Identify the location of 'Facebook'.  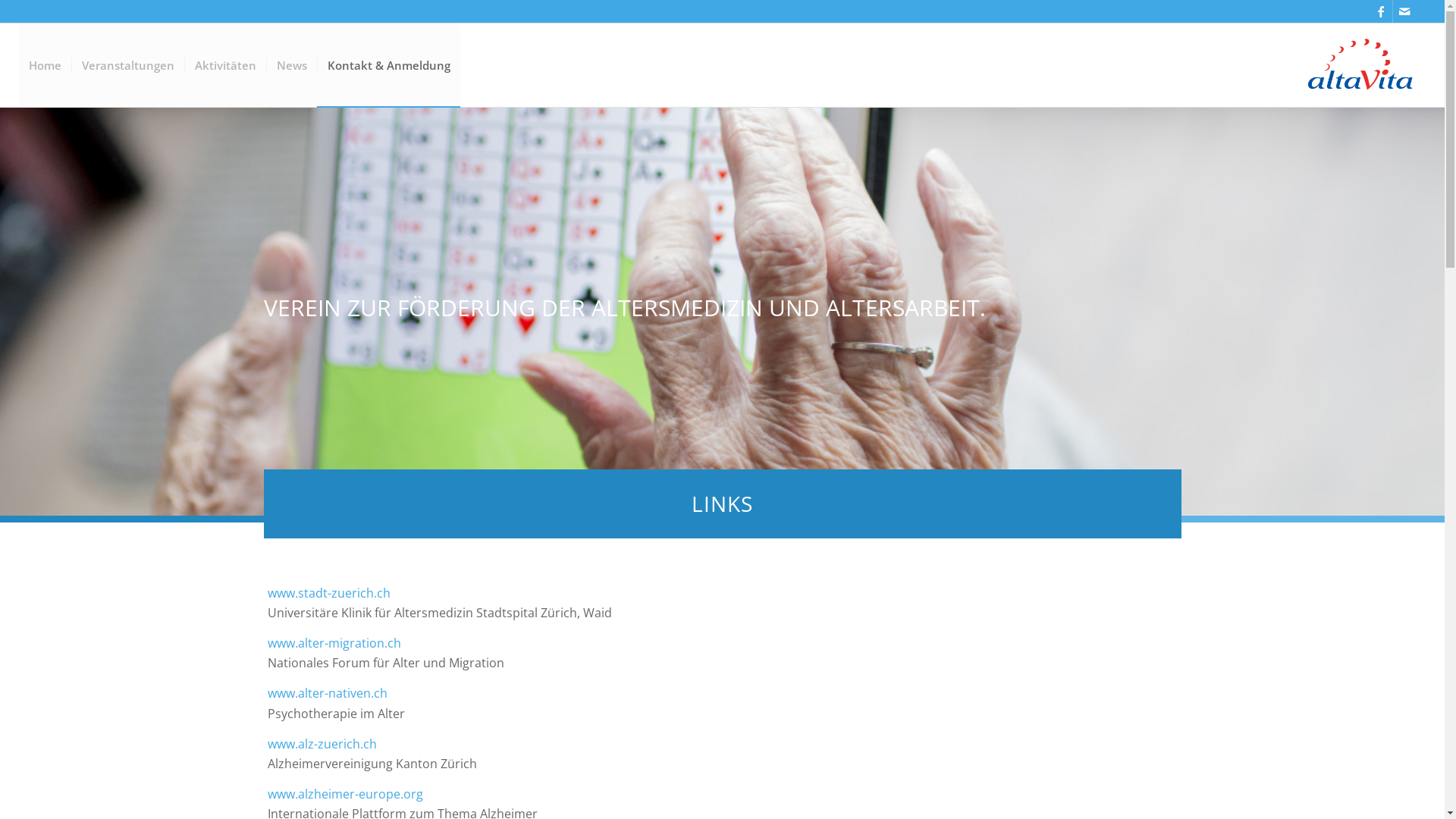
(1381, 11).